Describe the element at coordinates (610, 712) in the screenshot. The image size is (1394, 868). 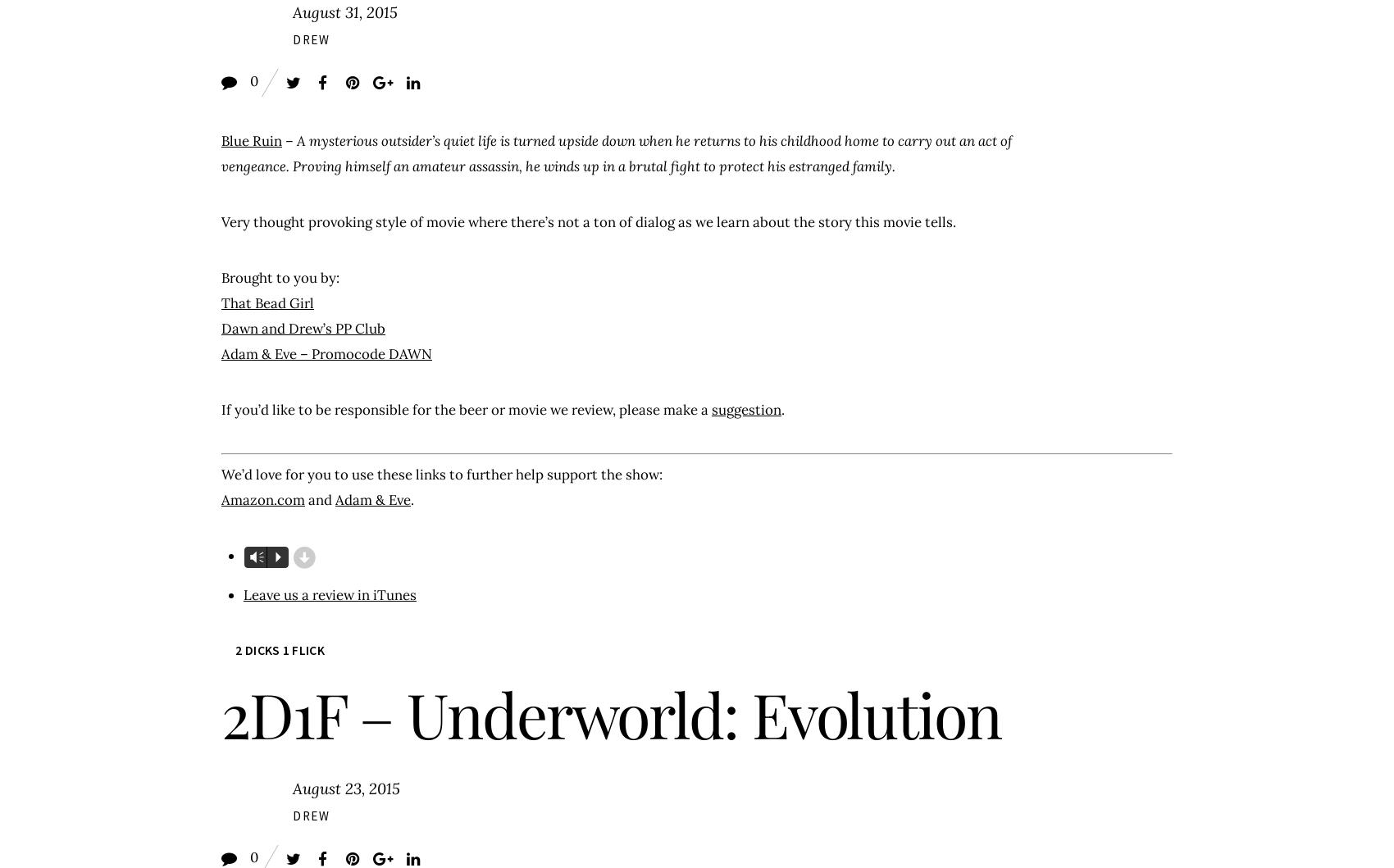
I see `'2D1F – Underworld: Evolution'` at that location.